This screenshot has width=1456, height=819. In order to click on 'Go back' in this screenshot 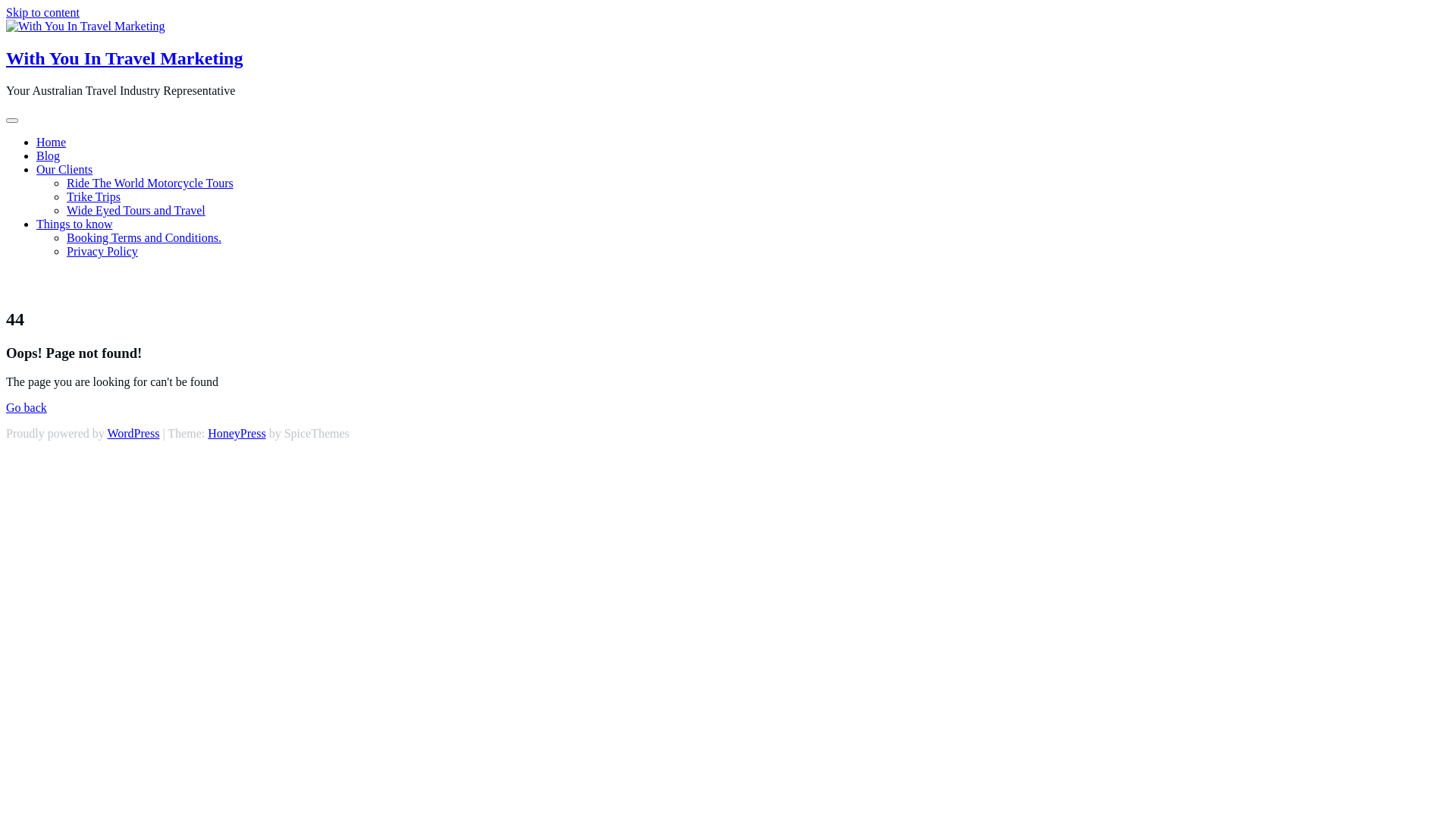, I will do `click(26, 406)`.